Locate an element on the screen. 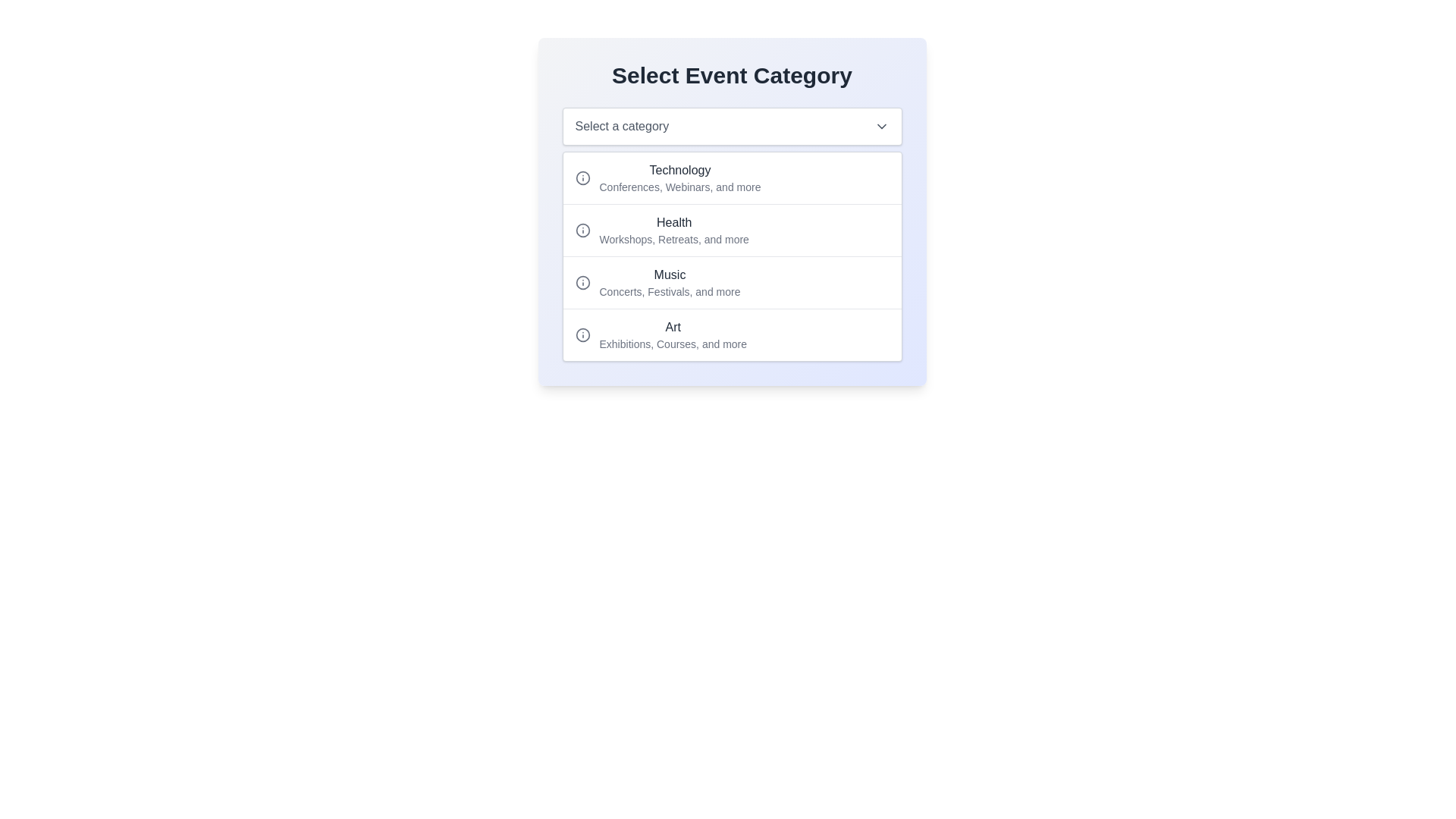 Image resolution: width=1456 pixels, height=819 pixels. the downward-pointing chevron icon located to the far-right within the header bar of the 'Select a category' section is located at coordinates (881, 125).